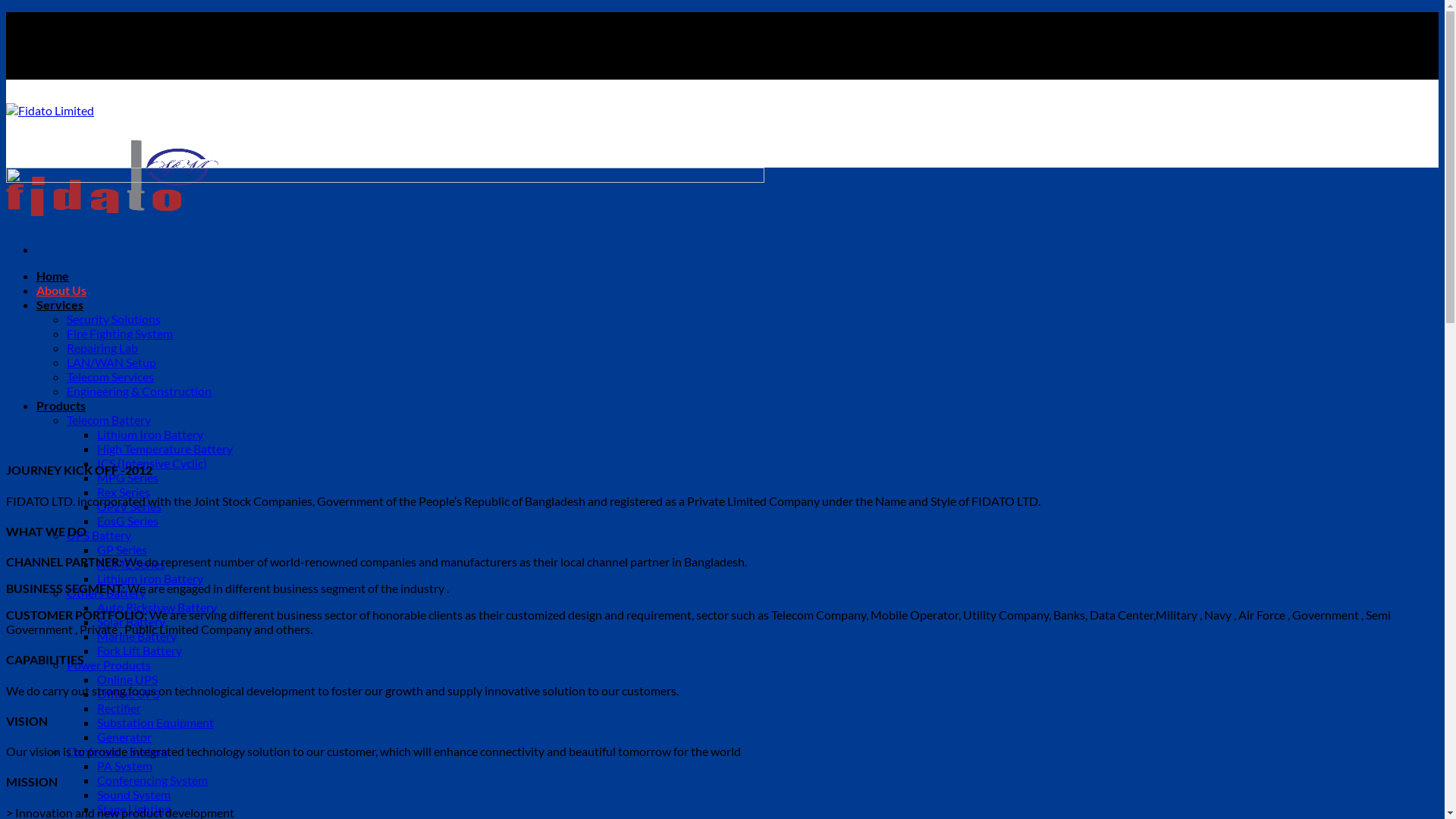 The width and height of the screenshot is (1456, 819). What do you see at coordinates (5, 11) in the screenshot?
I see `'Skip to content'` at bounding box center [5, 11].